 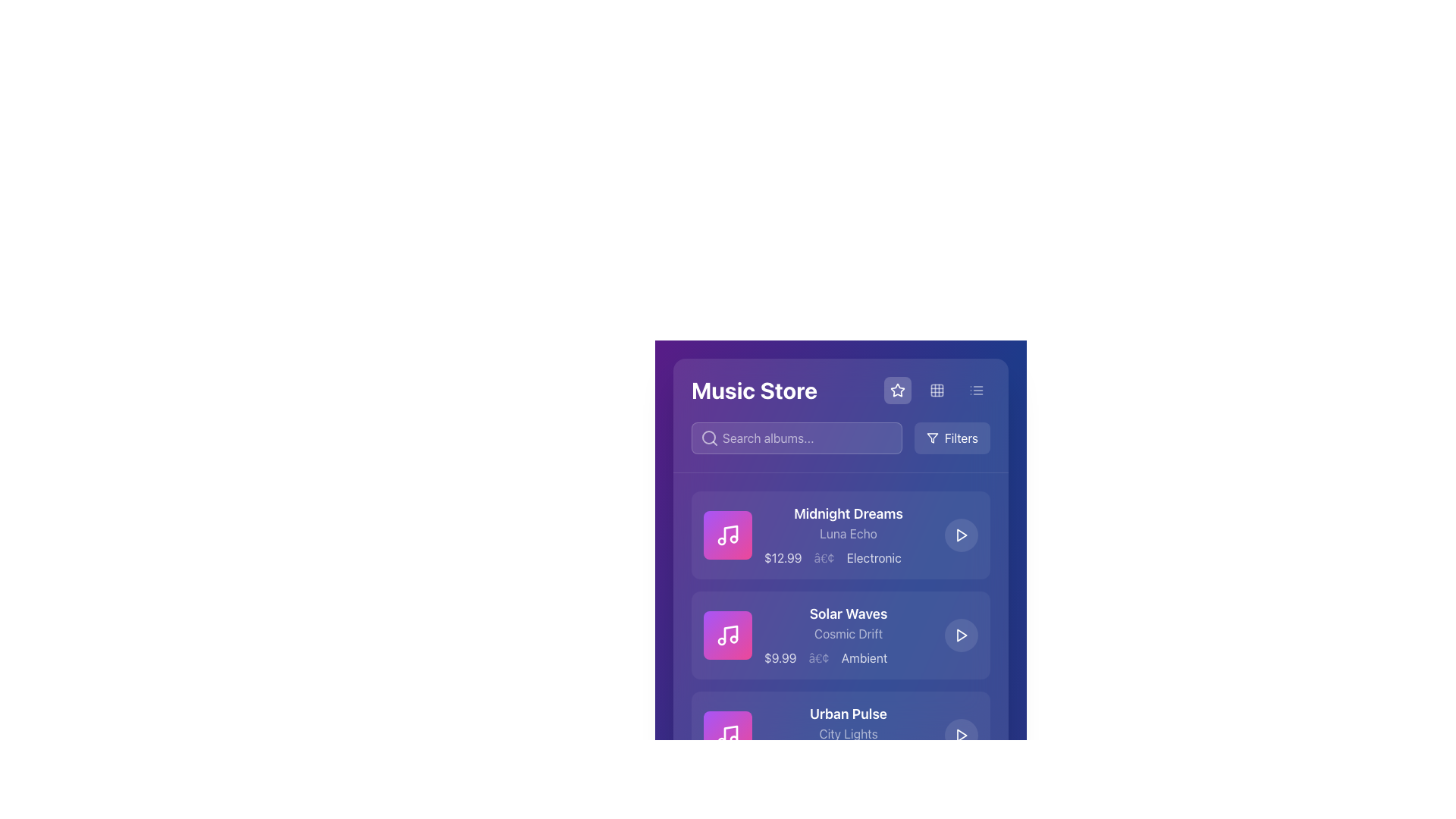 I want to click on the grid view icon button located in the top-right corner of the interface, so click(x=937, y=390).